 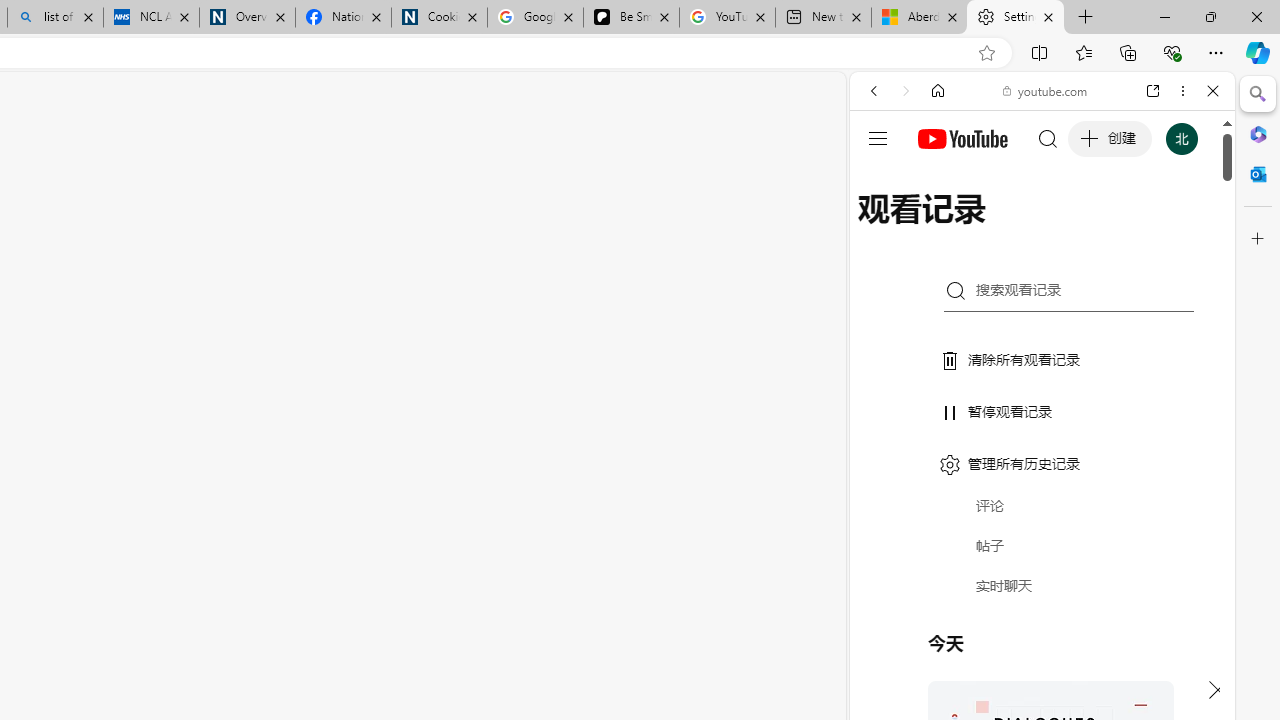 I want to click on 'Music', so click(x=1041, y=543).